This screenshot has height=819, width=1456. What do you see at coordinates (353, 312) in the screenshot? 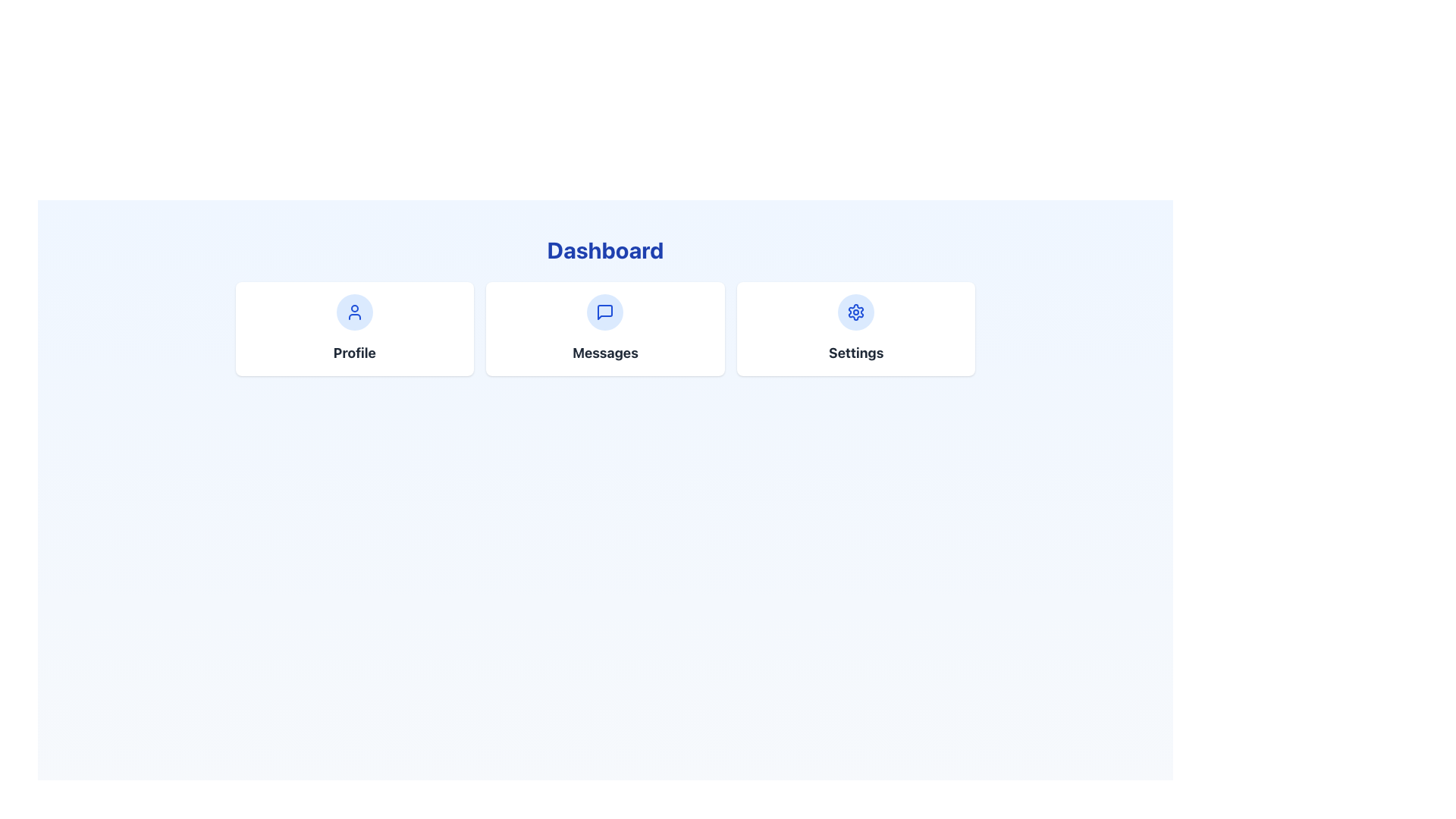
I see `the profile icon located at the center of the 'Profile' card, which is positioned on the left among three horizontally arranged cards` at bounding box center [353, 312].